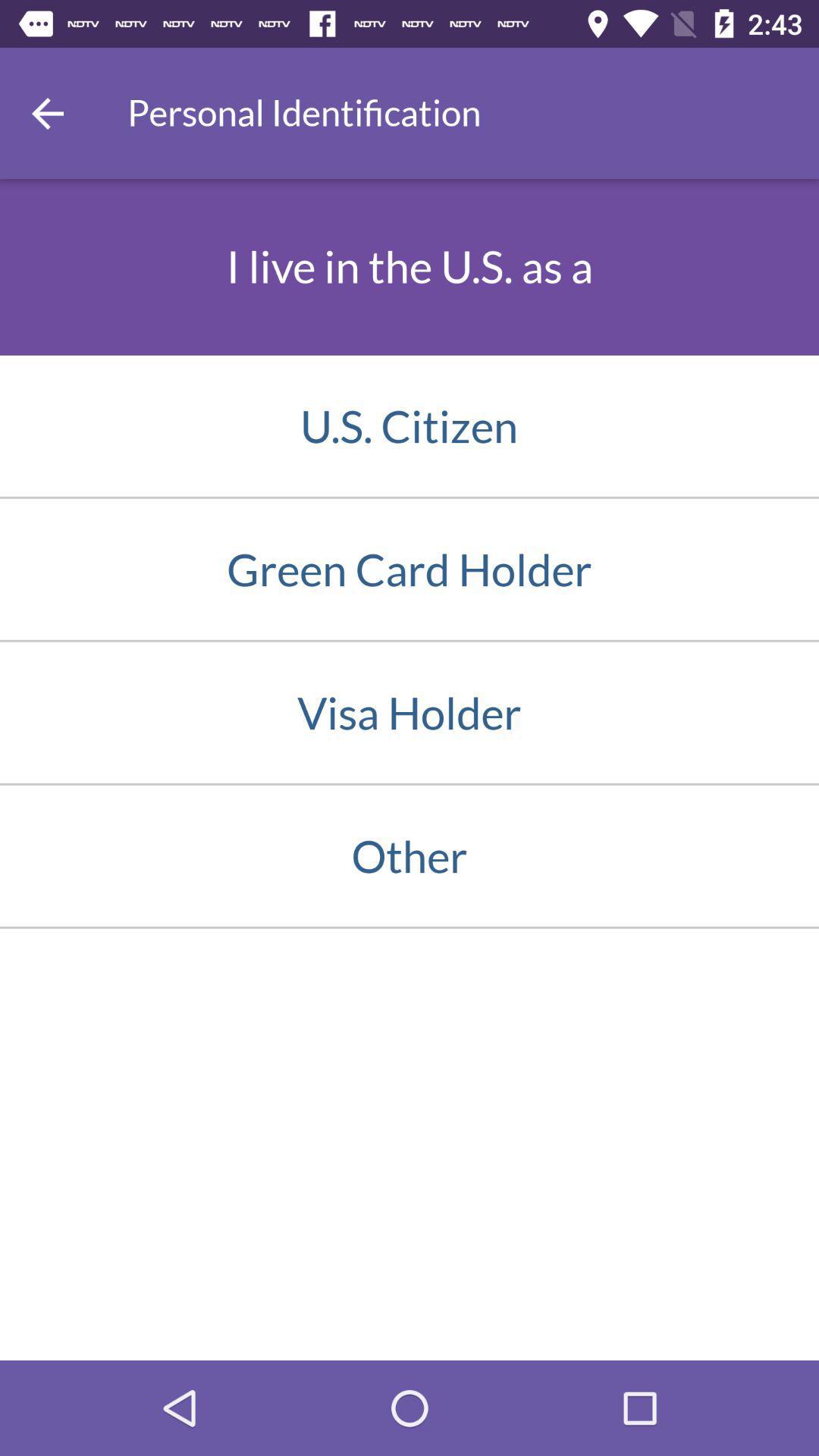  I want to click on icon next to personal identification icon, so click(46, 112).